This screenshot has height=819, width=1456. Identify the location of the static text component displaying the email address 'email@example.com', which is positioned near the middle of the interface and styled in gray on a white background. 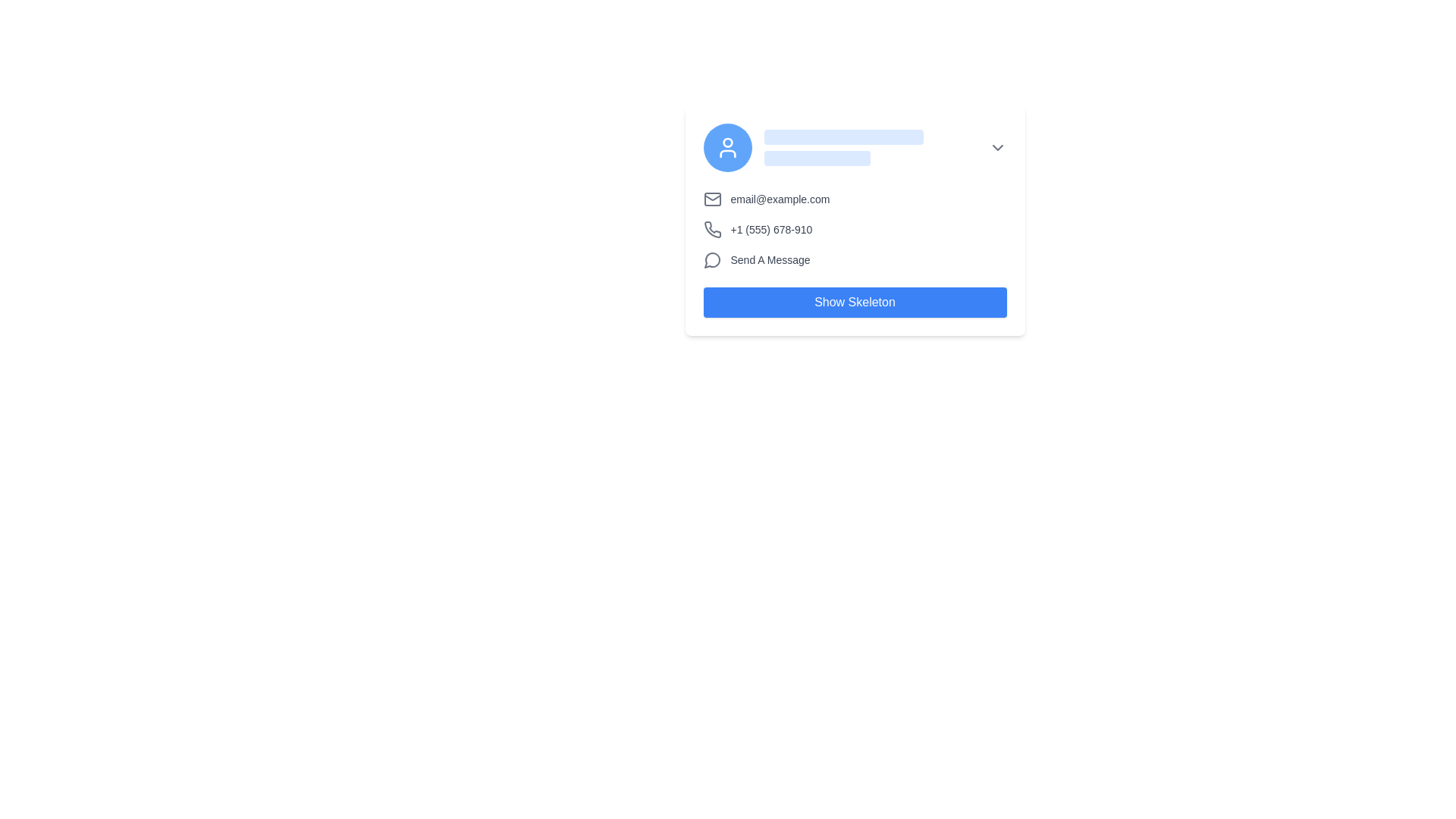
(780, 198).